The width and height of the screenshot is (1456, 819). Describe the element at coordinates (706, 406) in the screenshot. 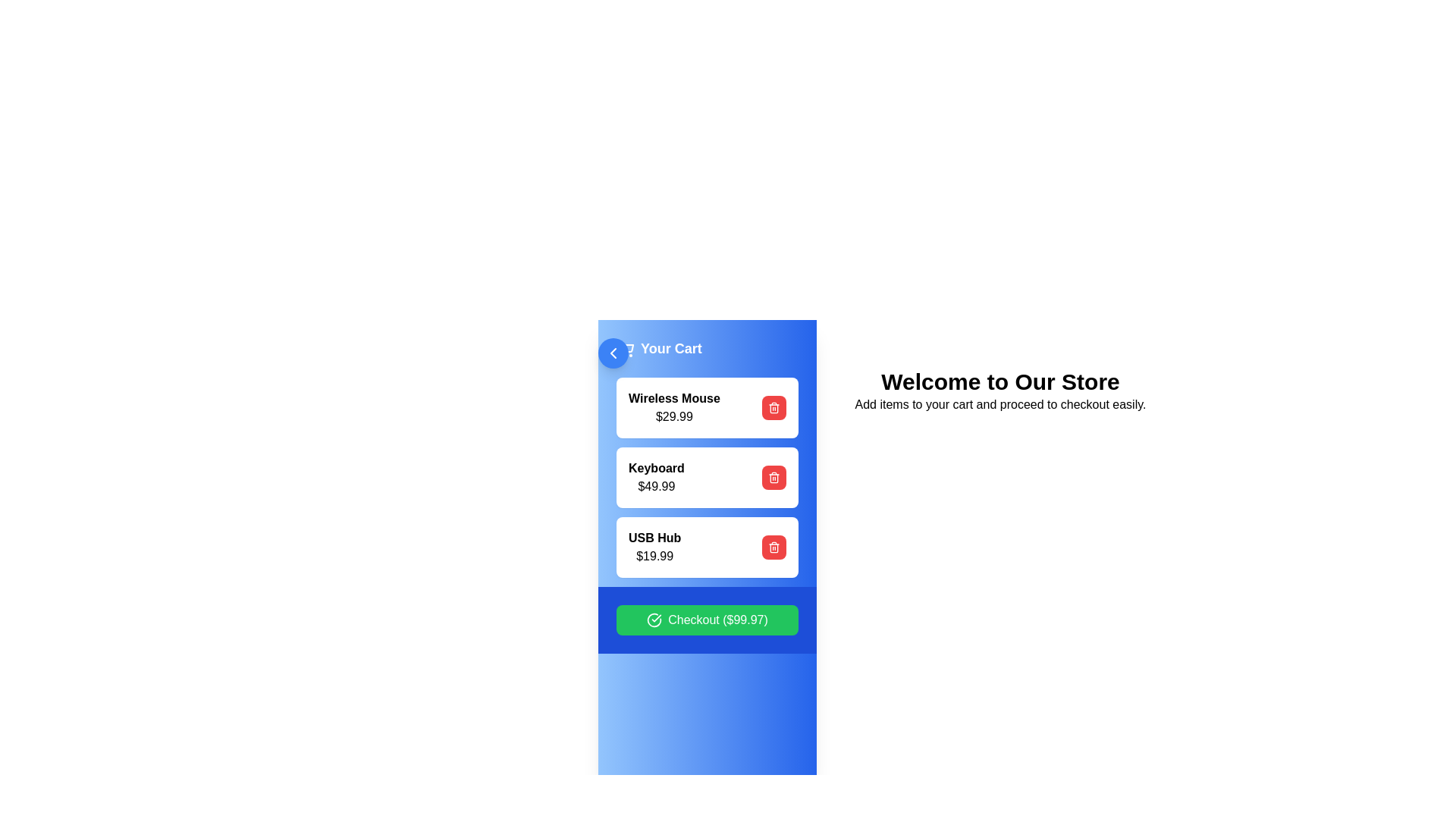

I see `the first Card widget displaying 'Wireless Mouse' priced at '$29.99'` at that location.